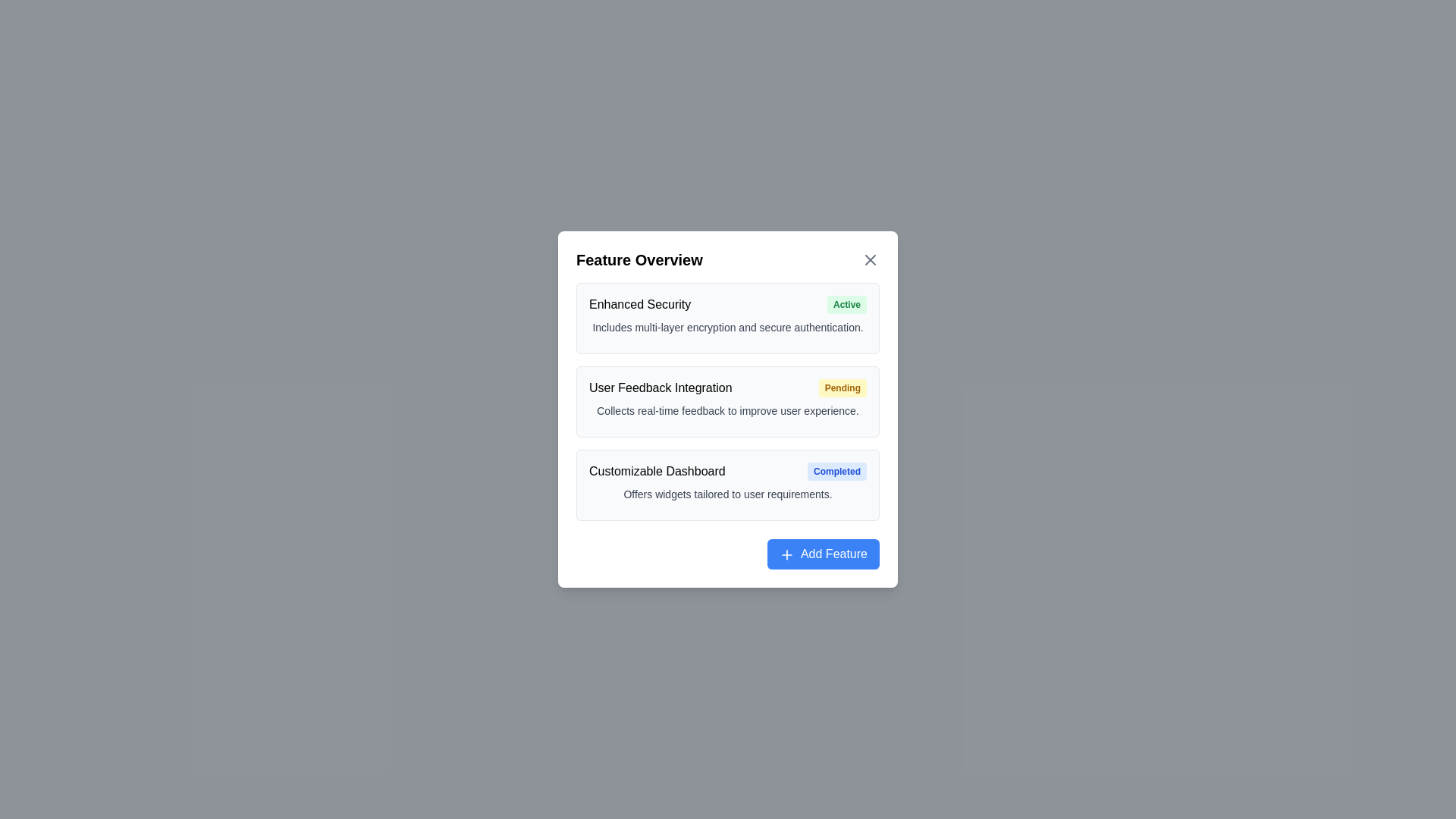 This screenshot has height=819, width=1456. Describe the element at coordinates (728, 485) in the screenshot. I see `the non-interactive descriptive card displaying the status and description of the 'Customizable Dashboard' feature, located as the third block in the modal interface beneath 'User Feedback Integration - Pending' and 'Enhanced Security - Active.'` at that location.